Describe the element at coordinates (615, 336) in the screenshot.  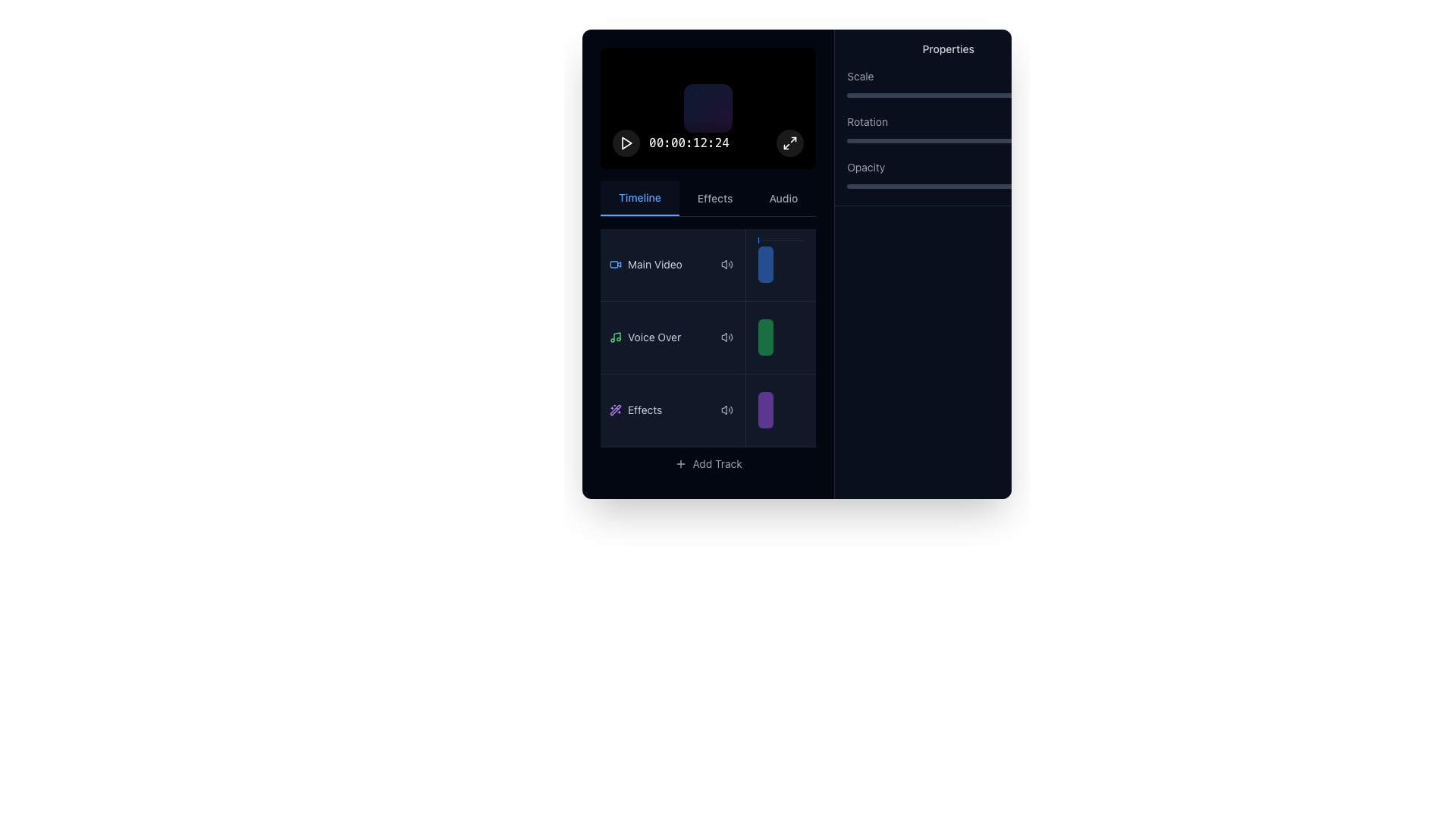
I see `the decorative icon representing the 'Voice Over' track in the second row of the 'Timeline' section, located to the left of the text 'Voice Over'` at that location.